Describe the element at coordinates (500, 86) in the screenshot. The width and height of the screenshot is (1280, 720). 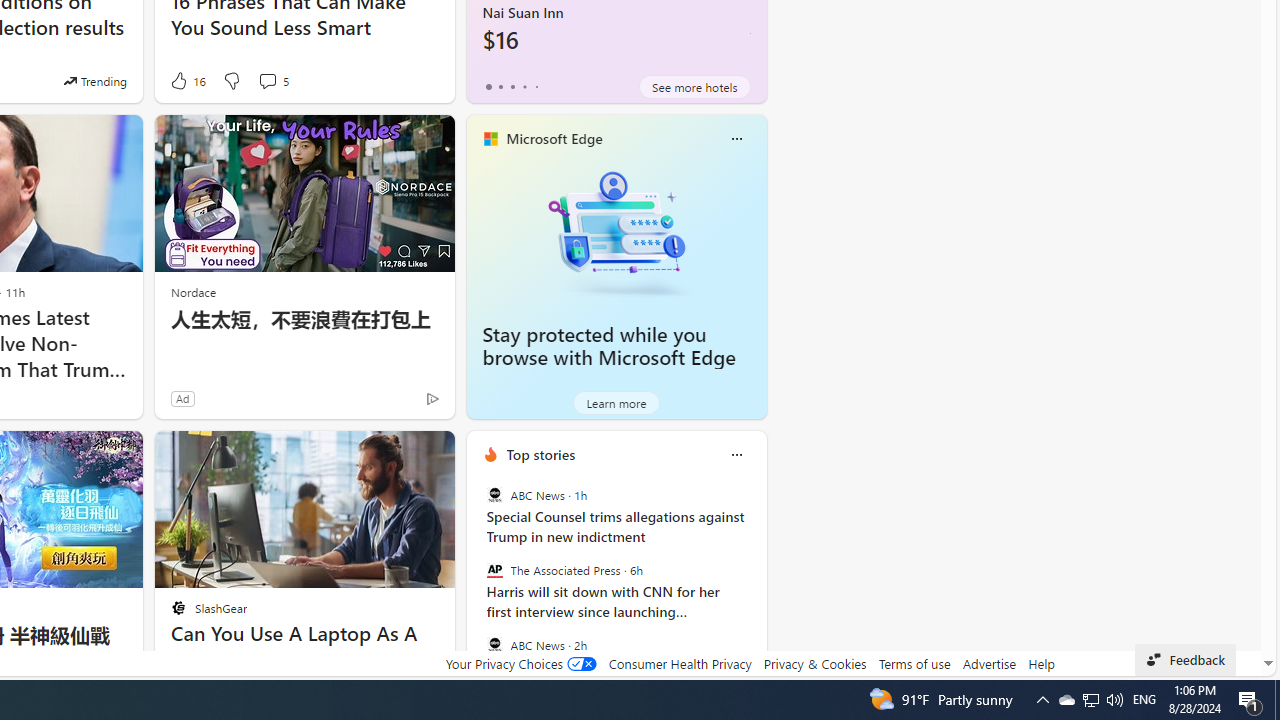
I see `'tab-1'` at that location.